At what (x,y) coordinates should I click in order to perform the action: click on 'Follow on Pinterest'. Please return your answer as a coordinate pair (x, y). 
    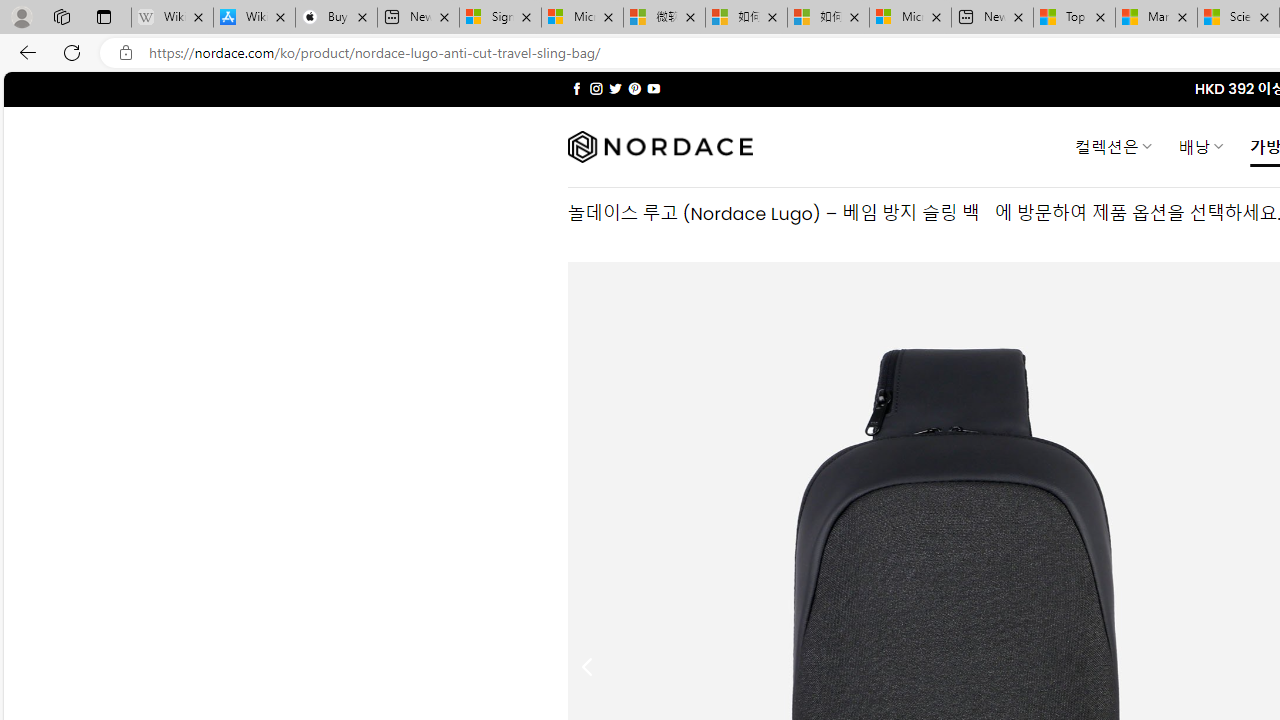
    Looking at the image, I should click on (633, 88).